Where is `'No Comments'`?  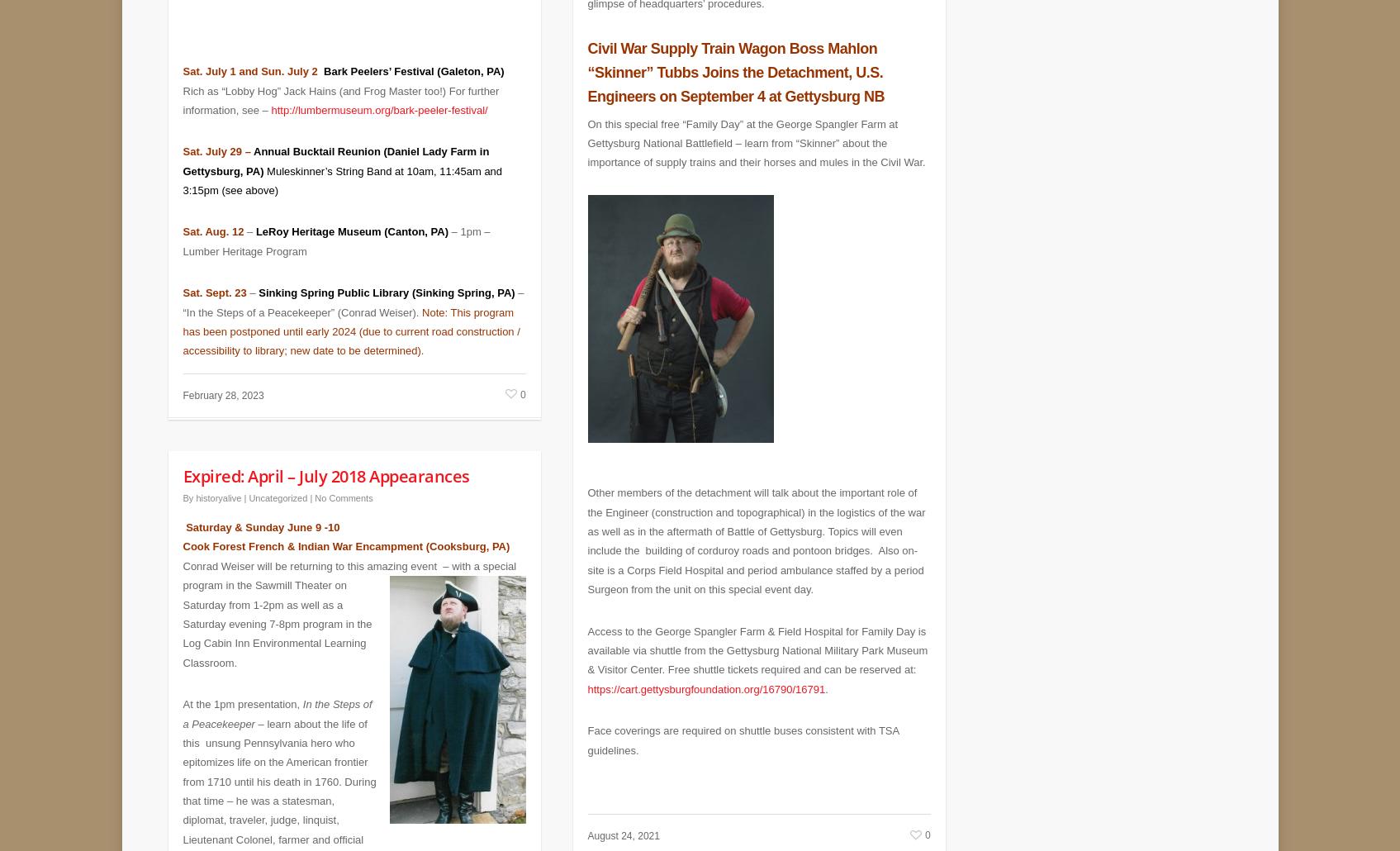
'No Comments' is located at coordinates (343, 486).